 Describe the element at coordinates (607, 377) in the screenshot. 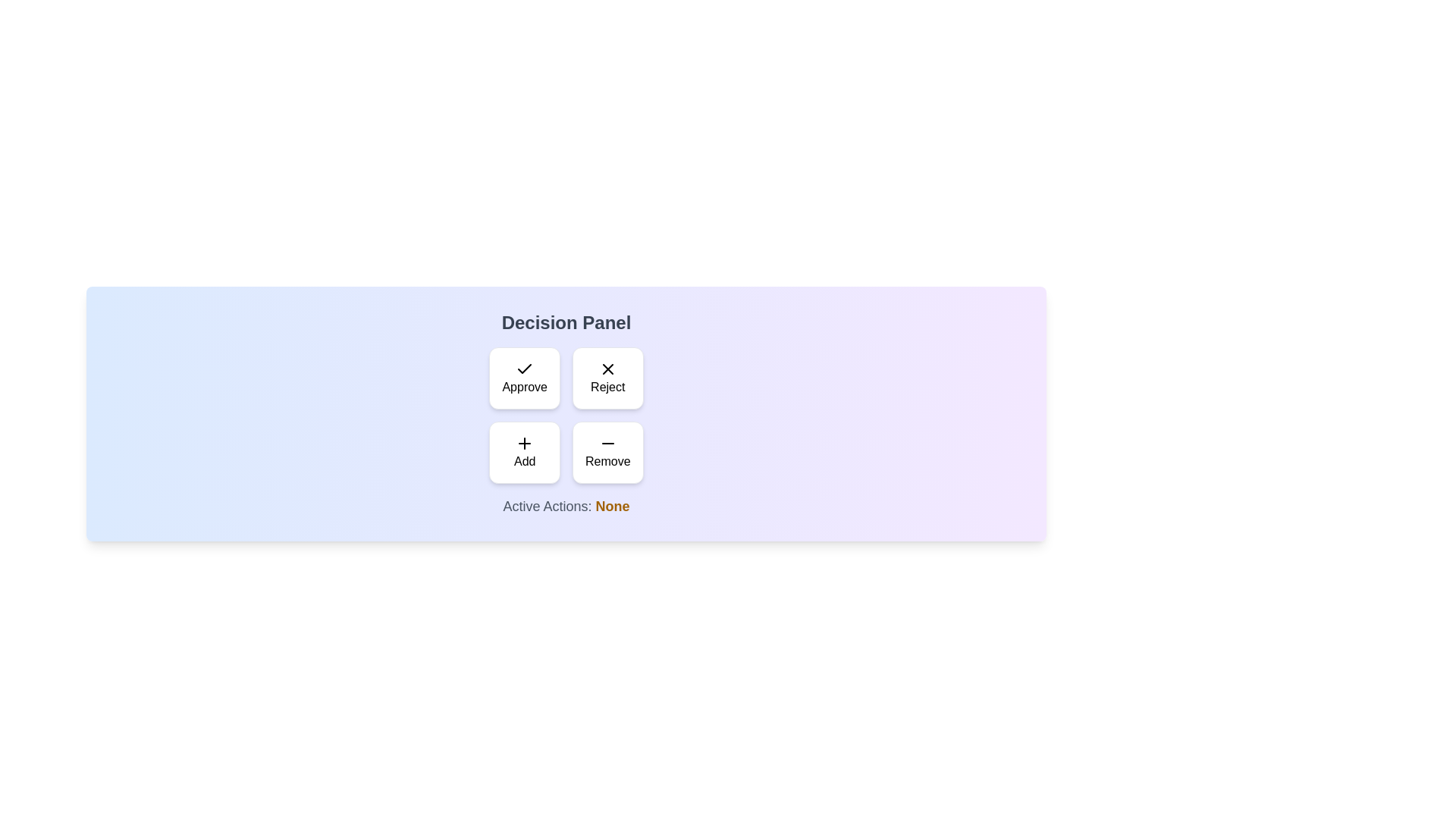

I see `the 'Reject' button to toggle its selection` at that location.